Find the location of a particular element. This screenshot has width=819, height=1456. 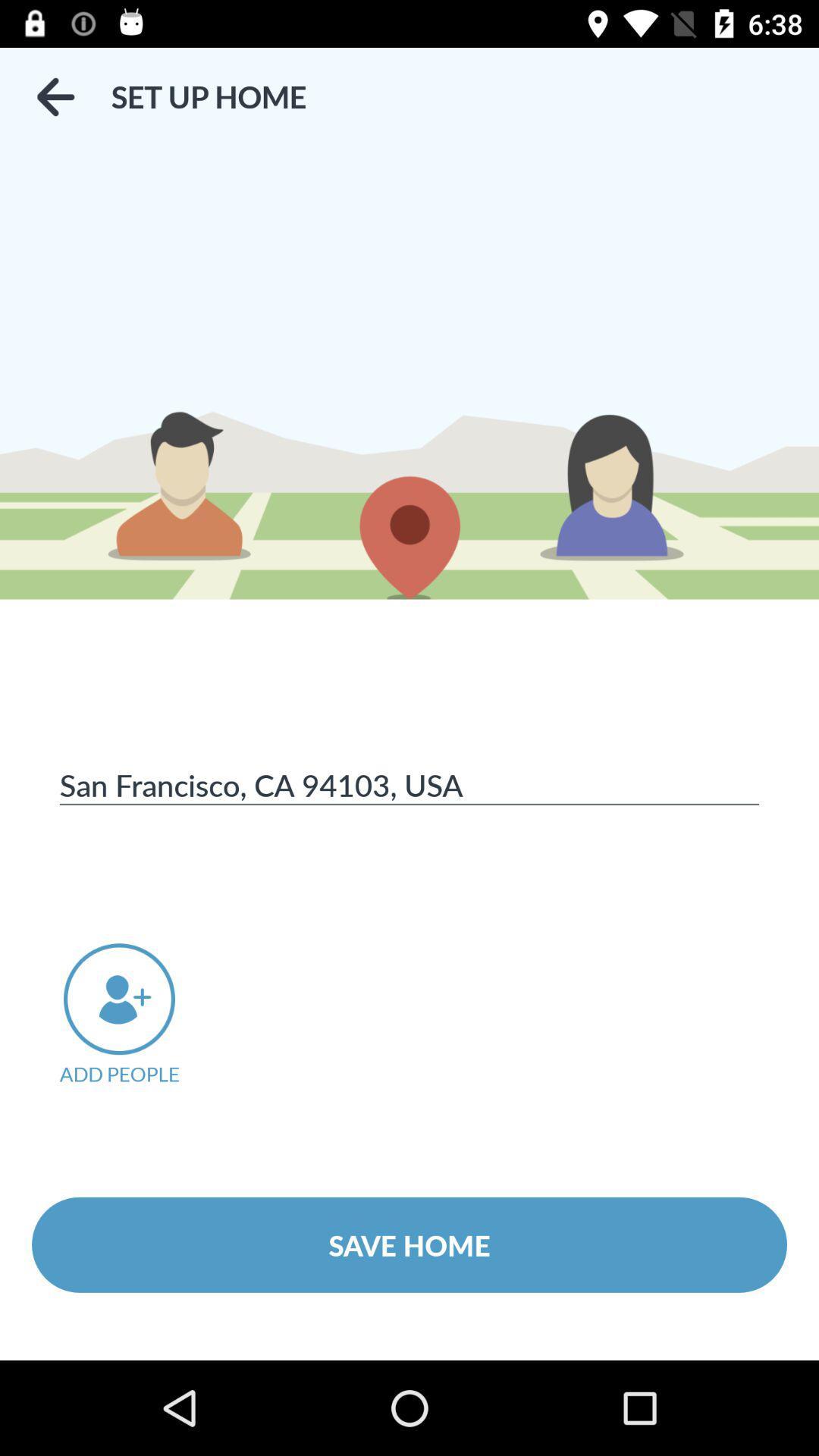

item above add people is located at coordinates (409, 784).